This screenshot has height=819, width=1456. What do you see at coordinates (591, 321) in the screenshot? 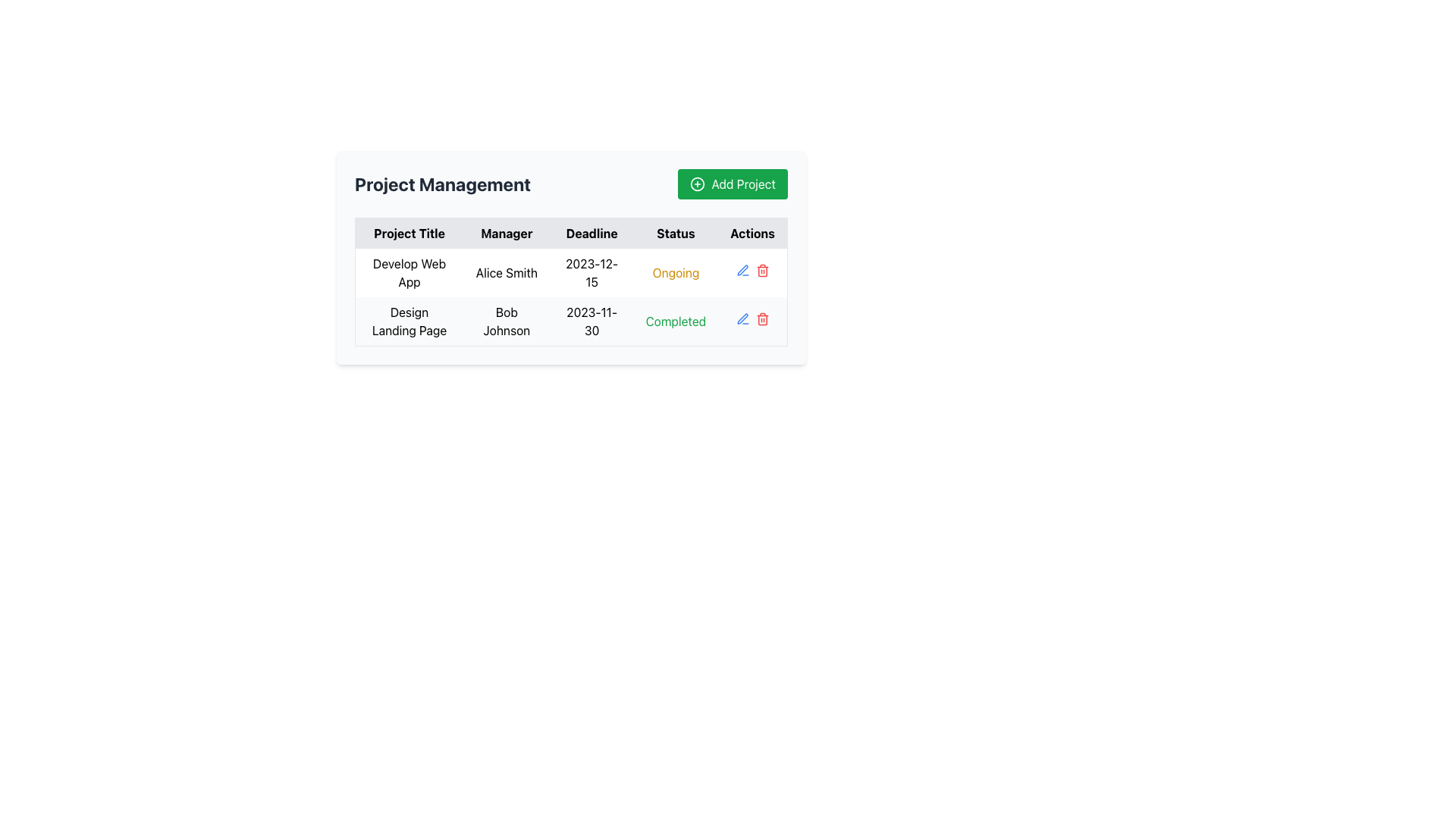
I see `the Text Display element that shows the project deadline date for the 'Design Landing Page' project managed by Bob Johnson, located in the 'Deadline' column of the second row` at bounding box center [591, 321].